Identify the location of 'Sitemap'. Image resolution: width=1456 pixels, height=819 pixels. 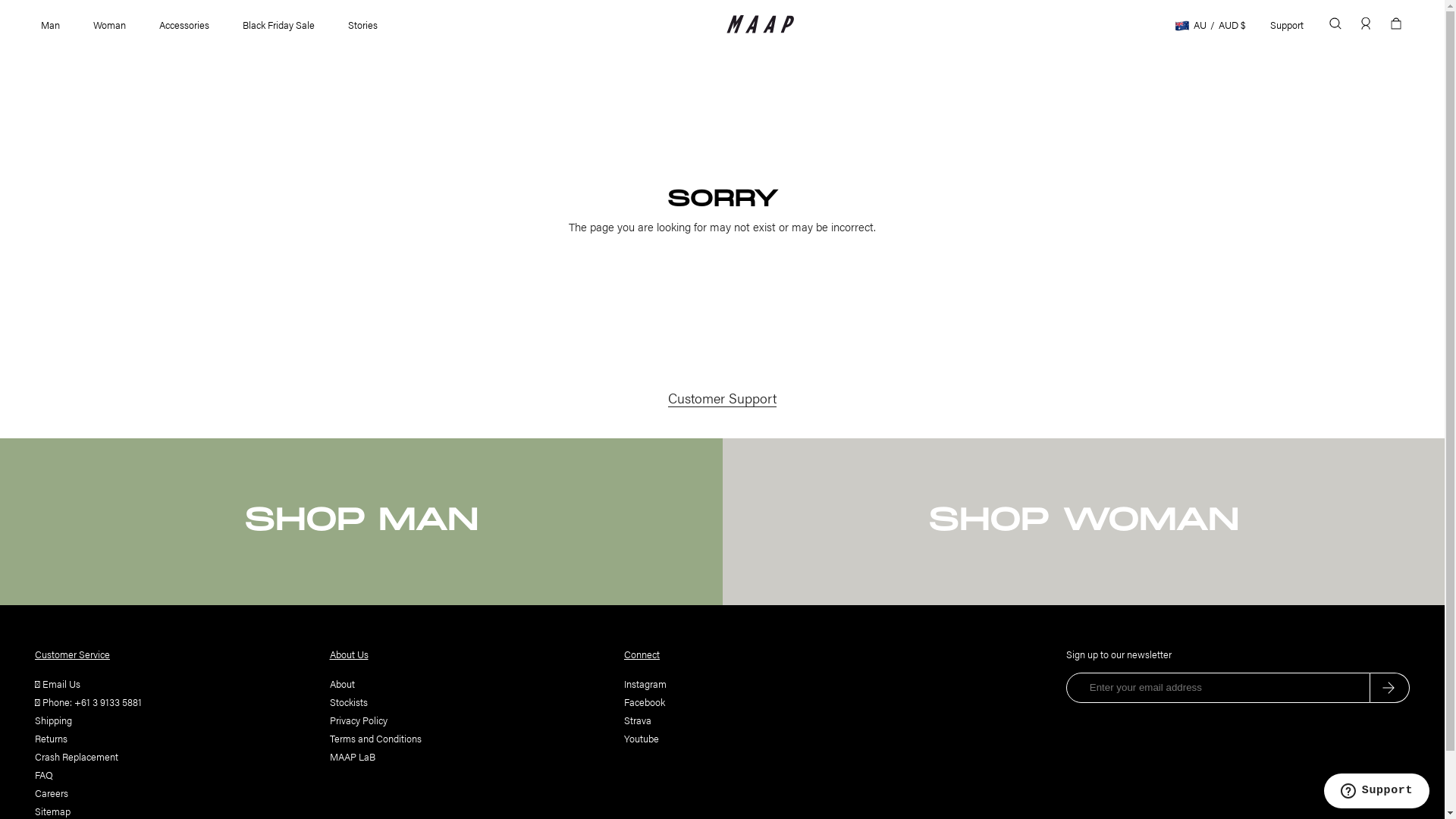
(52, 810).